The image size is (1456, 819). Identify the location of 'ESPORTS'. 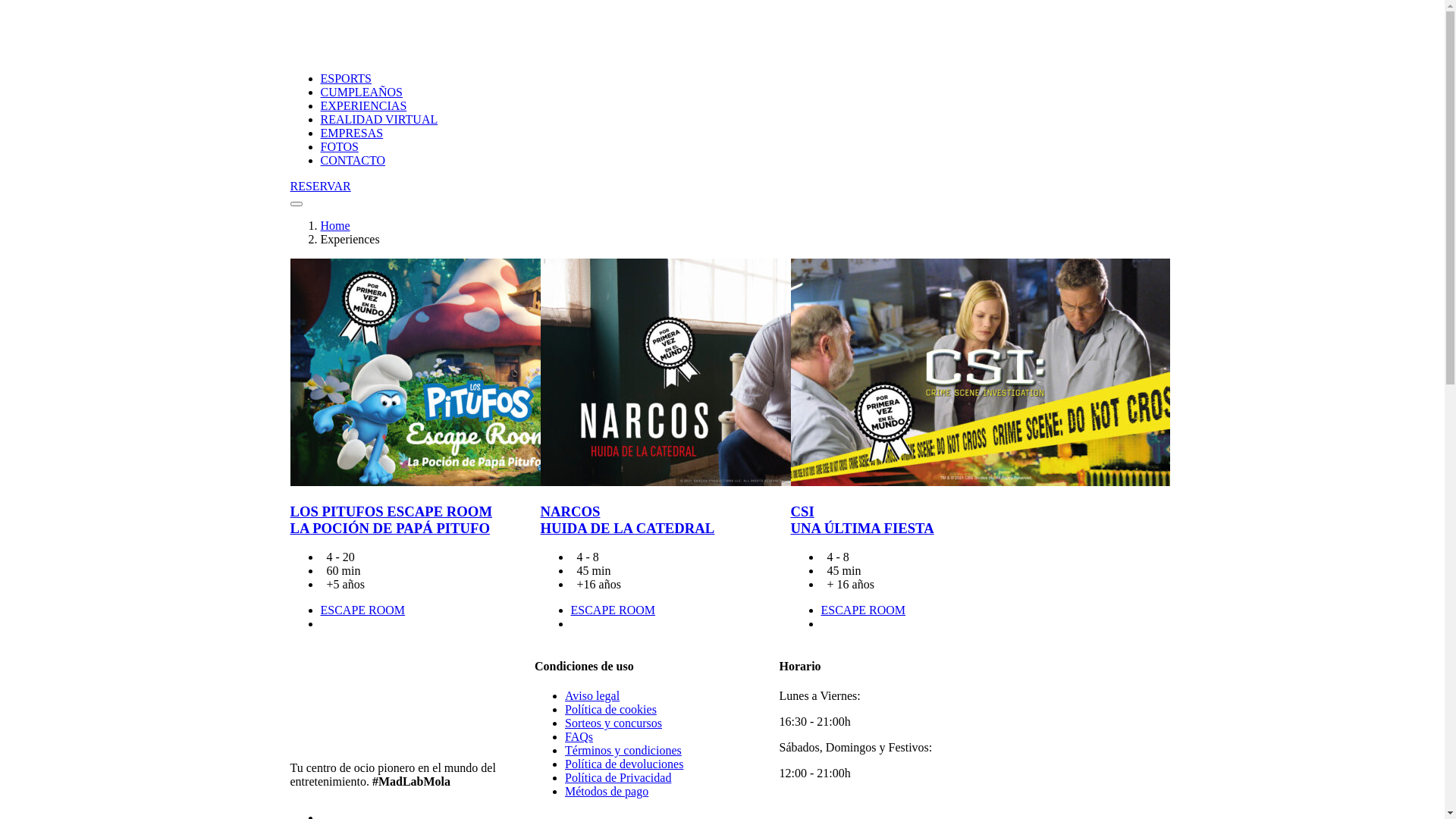
(345, 78).